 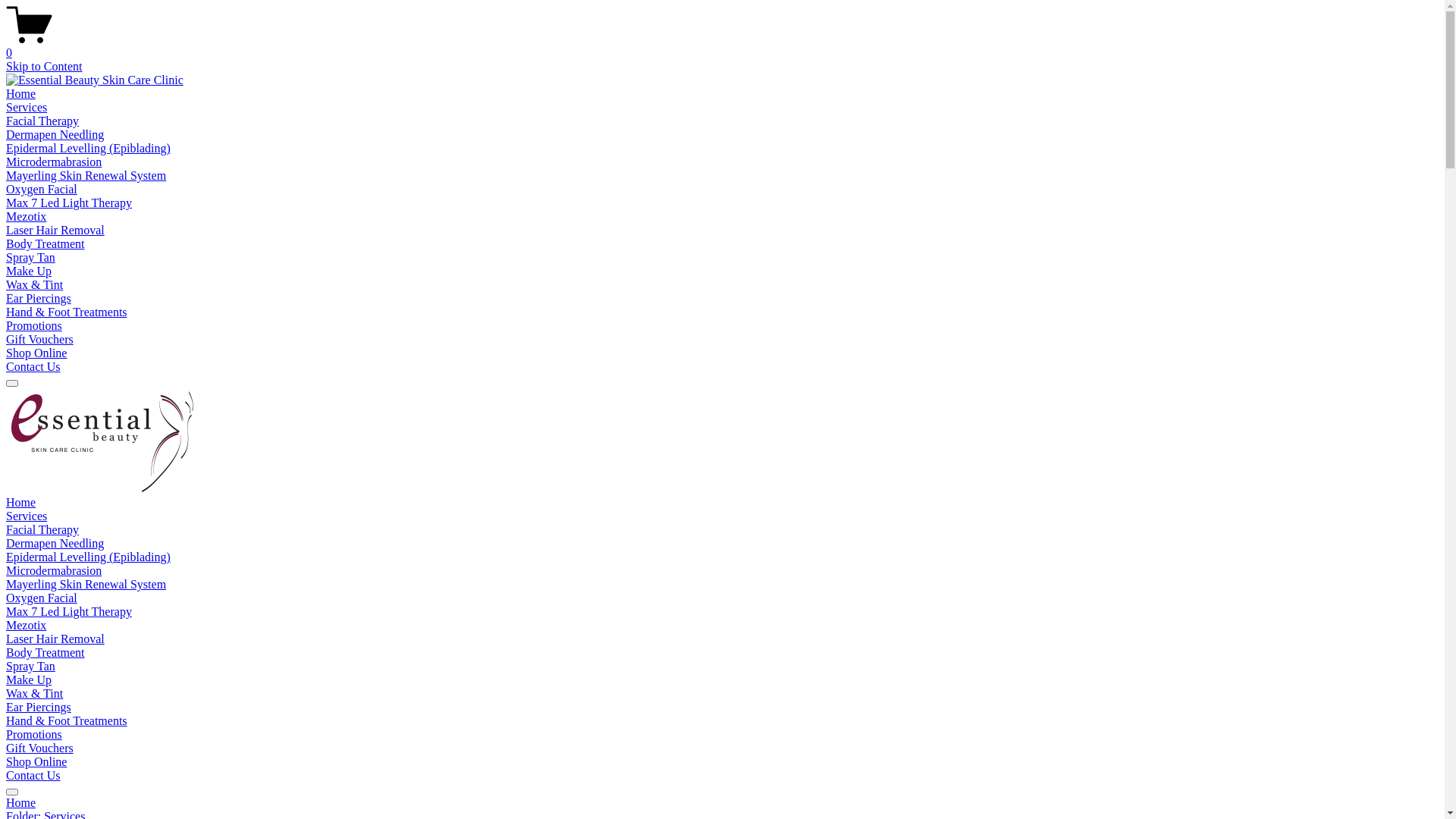 I want to click on 'Mezotix', so click(x=26, y=625).